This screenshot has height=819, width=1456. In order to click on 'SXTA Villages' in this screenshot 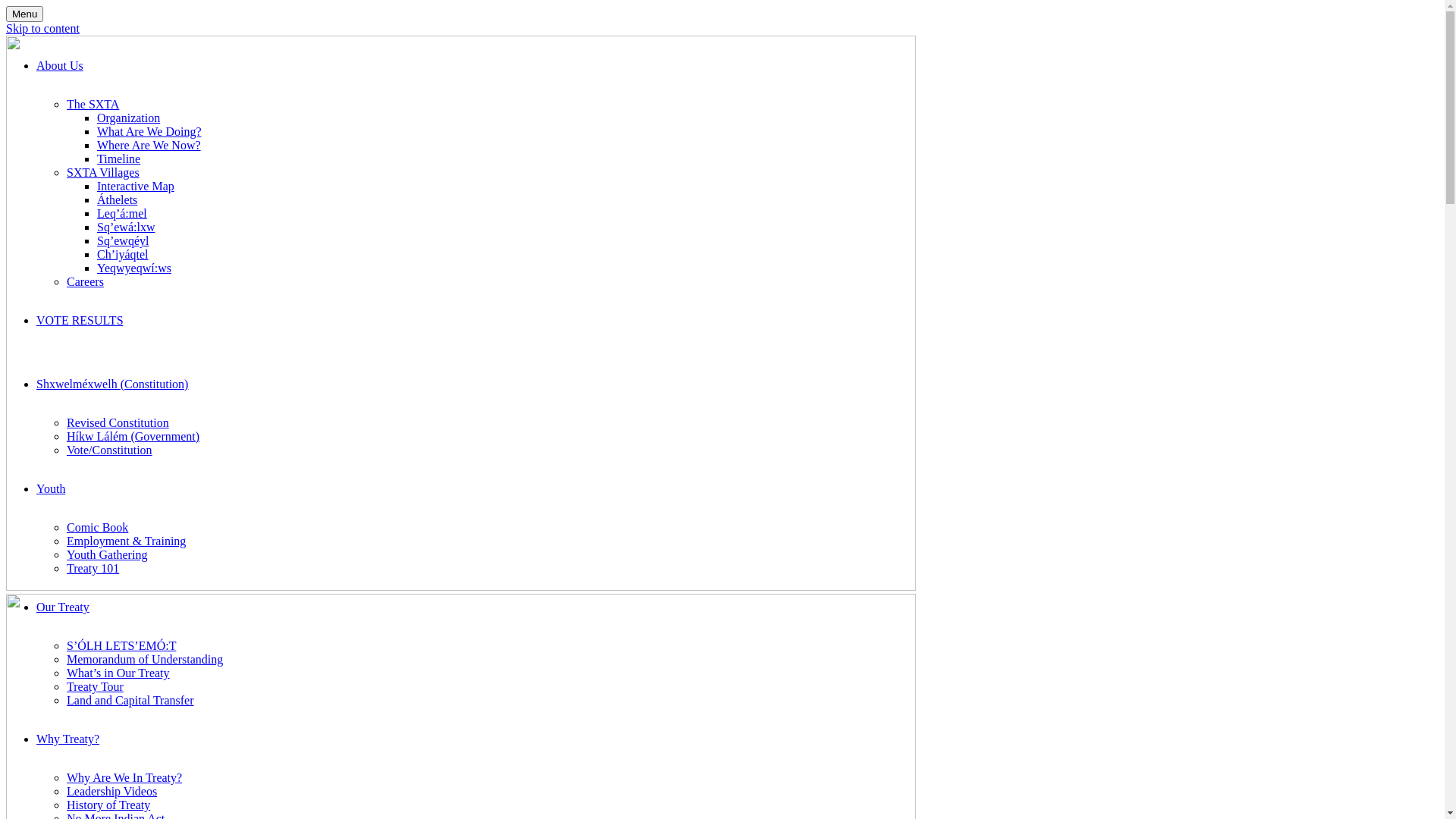, I will do `click(65, 171)`.